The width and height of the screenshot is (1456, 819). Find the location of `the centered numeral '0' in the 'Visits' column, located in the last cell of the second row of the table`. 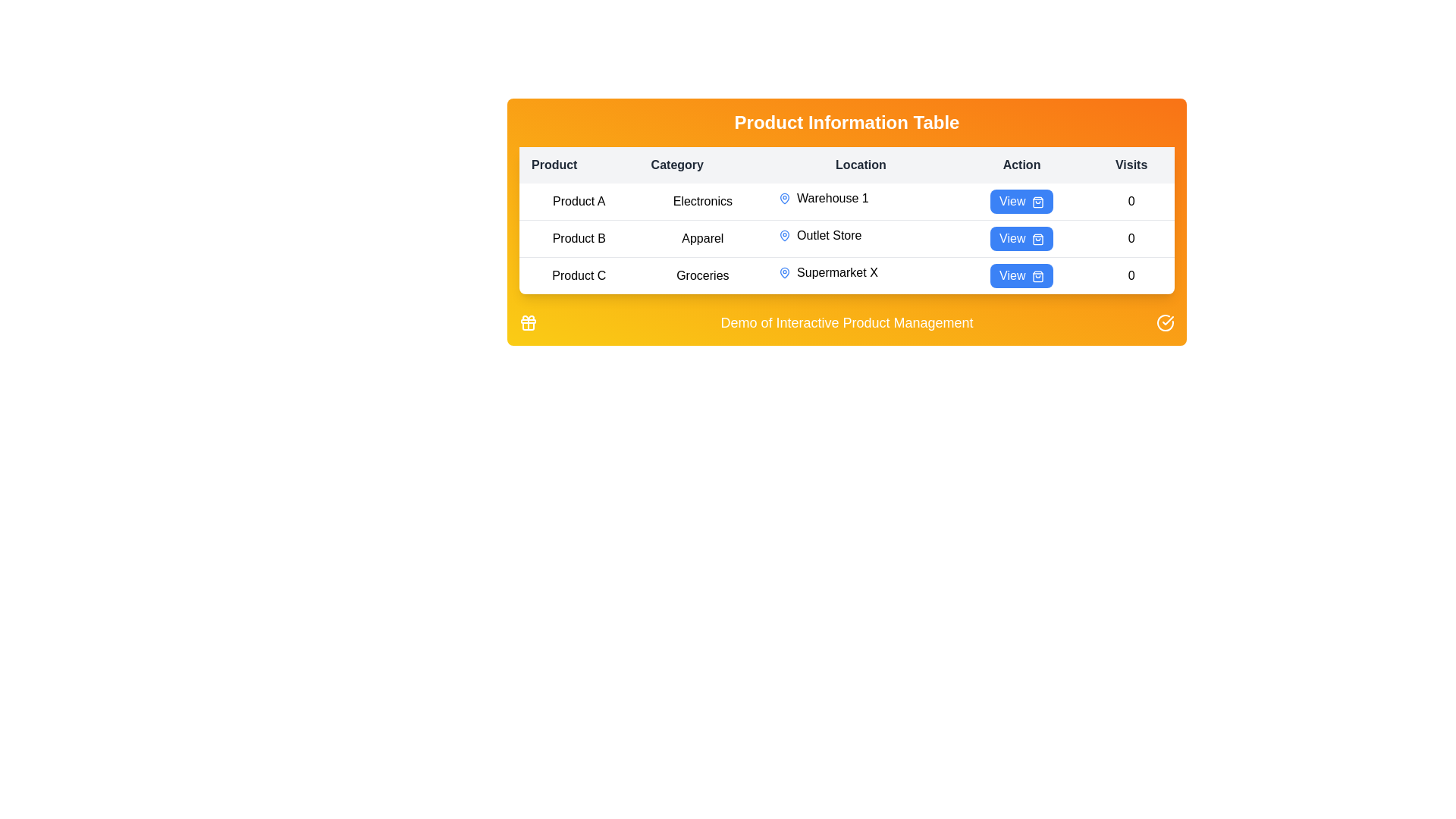

the centered numeral '0' in the 'Visits' column, located in the last cell of the second row of the table is located at coordinates (1131, 239).